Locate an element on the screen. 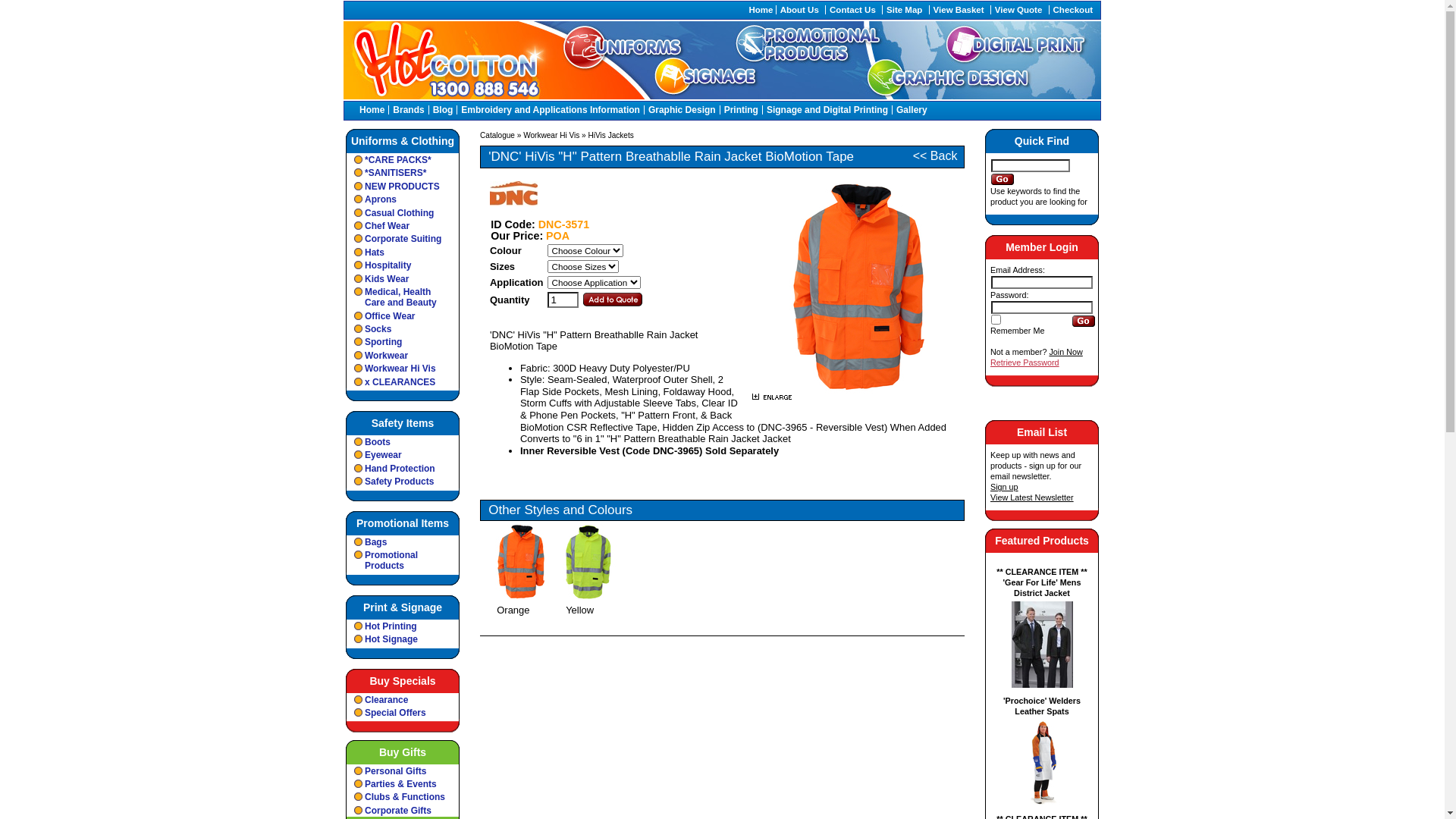 This screenshot has width=1456, height=819. 'Signage and Digital Printing' is located at coordinates (826, 109).